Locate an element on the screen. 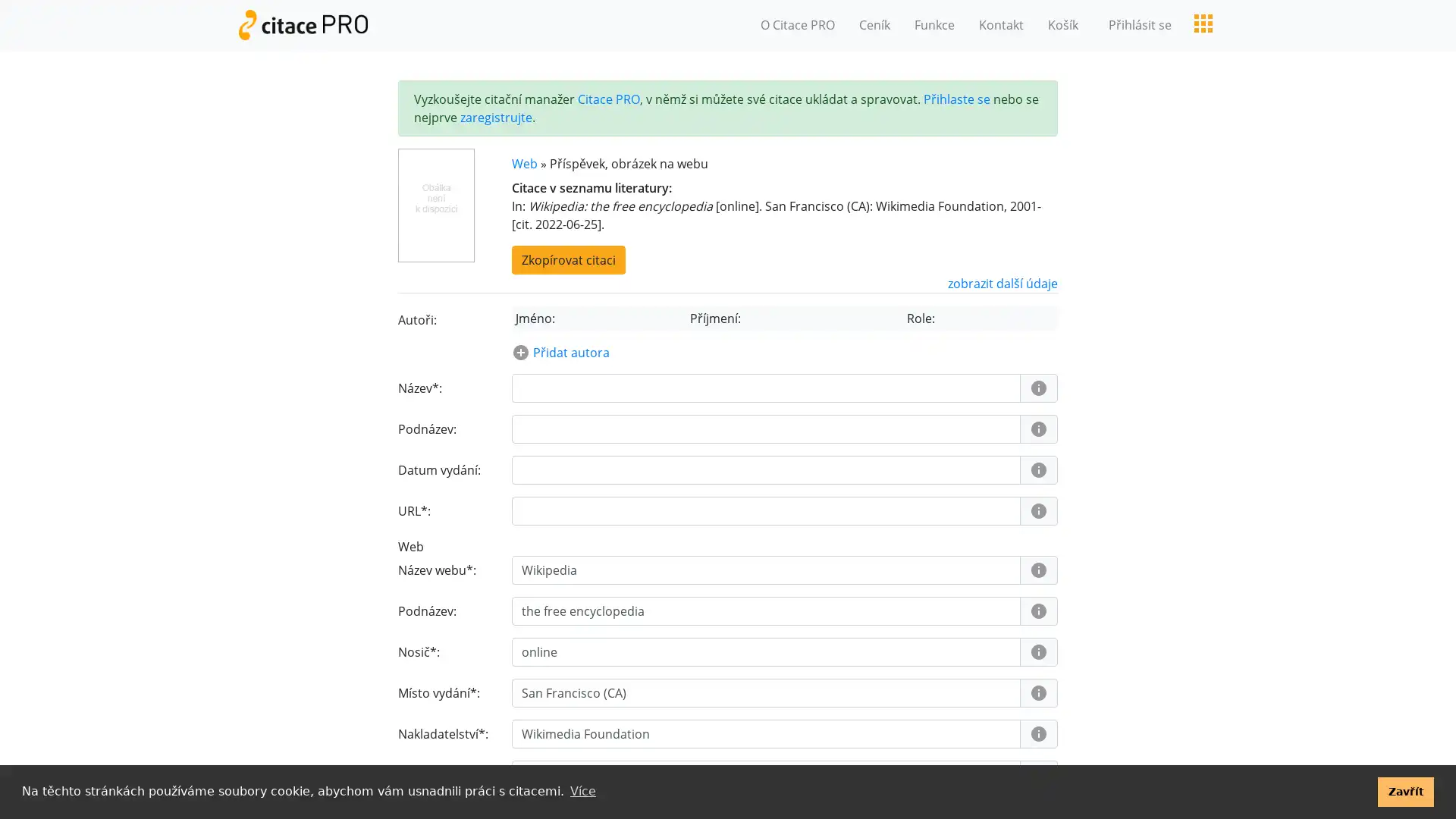 The height and width of the screenshot is (819, 1456). Zkopirovat citaci is located at coordinates (567, 259).